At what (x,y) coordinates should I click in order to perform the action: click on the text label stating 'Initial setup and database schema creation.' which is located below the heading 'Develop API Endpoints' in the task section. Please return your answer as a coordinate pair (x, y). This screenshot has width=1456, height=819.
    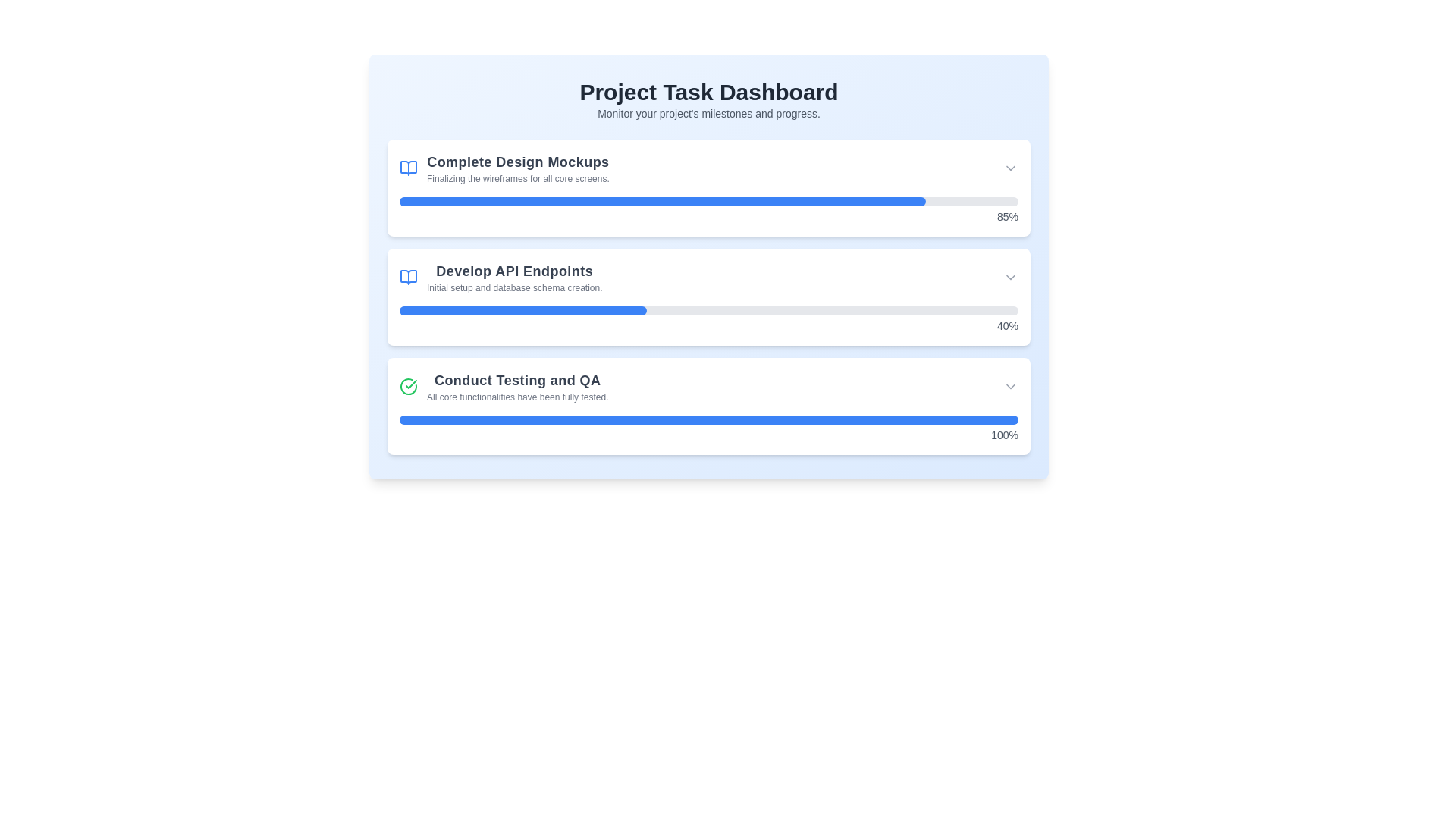
    Looking at the image, I should click on (514, 288).